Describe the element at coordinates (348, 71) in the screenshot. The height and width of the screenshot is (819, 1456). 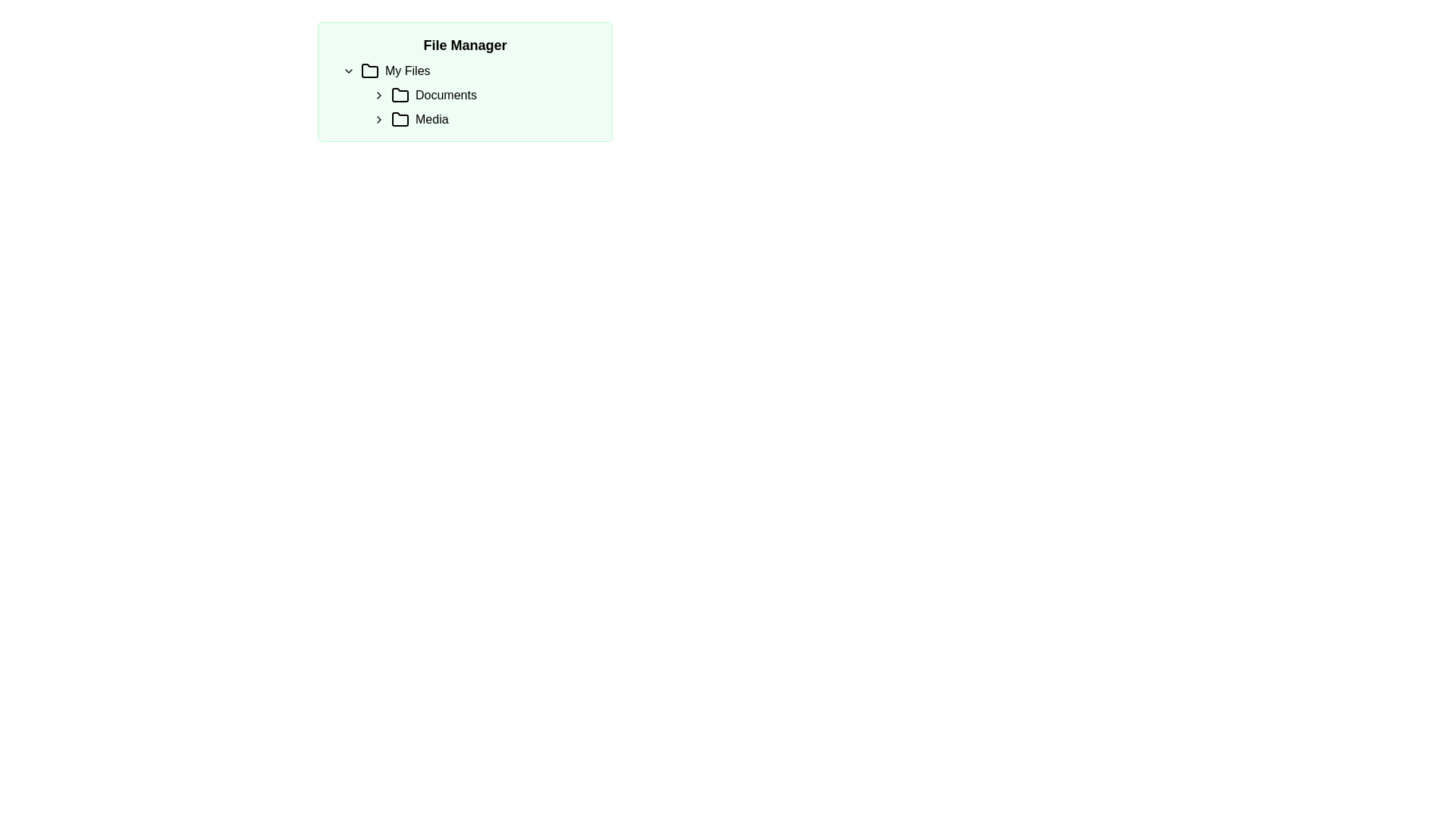
I see `the Icon button located to the left of the 'My Files' text in the 'File Manager' section` at that location.